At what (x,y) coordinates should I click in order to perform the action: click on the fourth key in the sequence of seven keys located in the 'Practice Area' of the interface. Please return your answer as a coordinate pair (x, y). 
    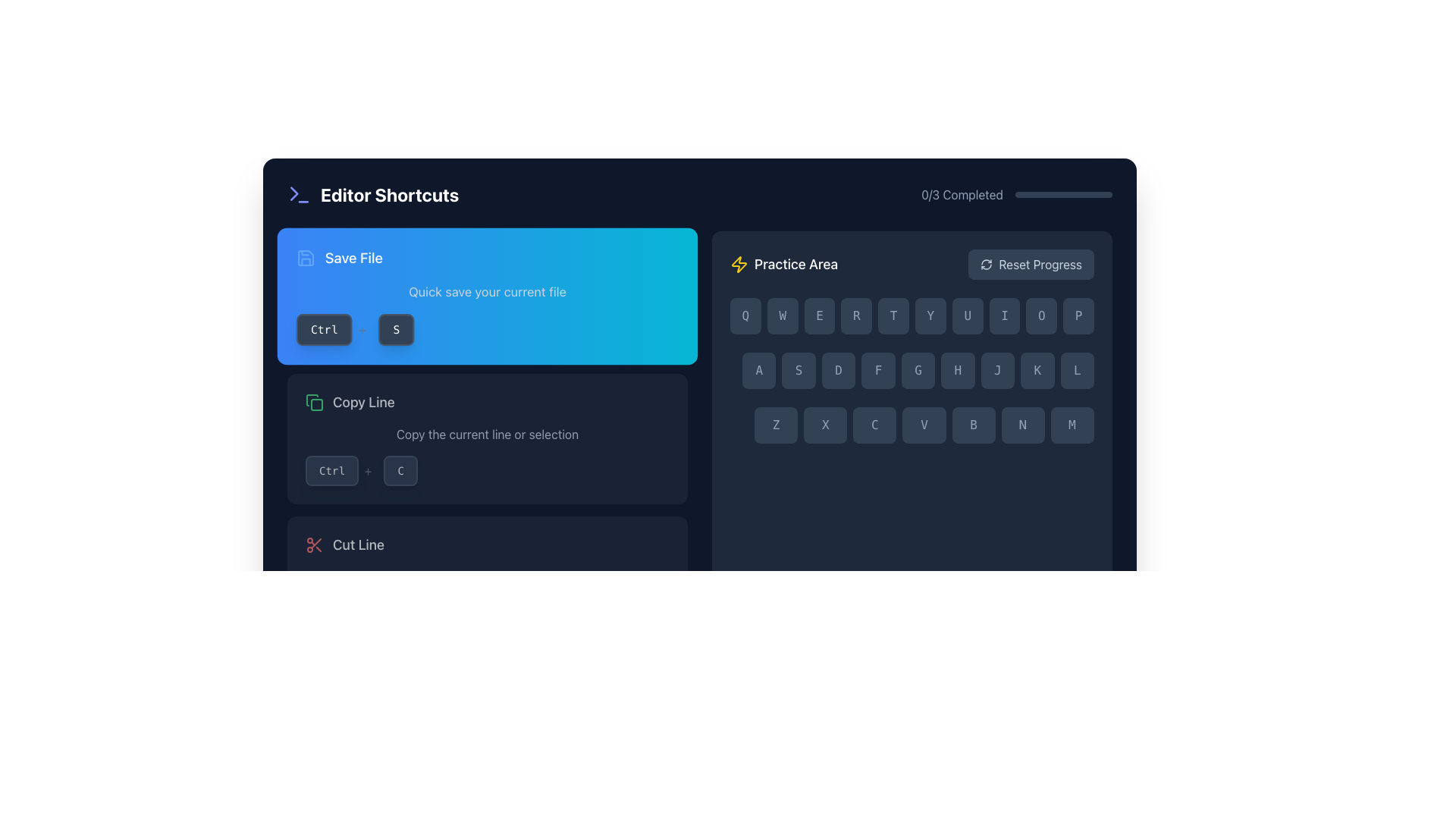
    Looking at the image, I should click on (924, 425).